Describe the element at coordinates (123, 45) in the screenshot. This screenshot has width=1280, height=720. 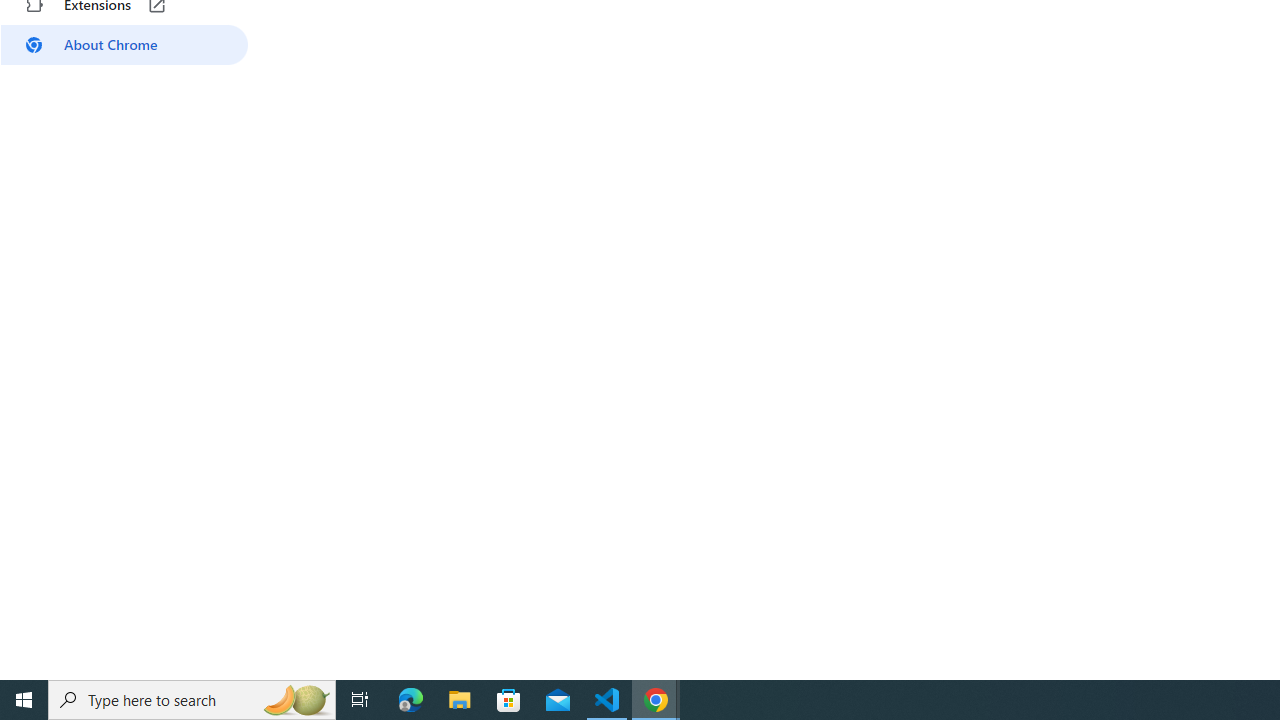
I see `'About Chrome'` at that location.